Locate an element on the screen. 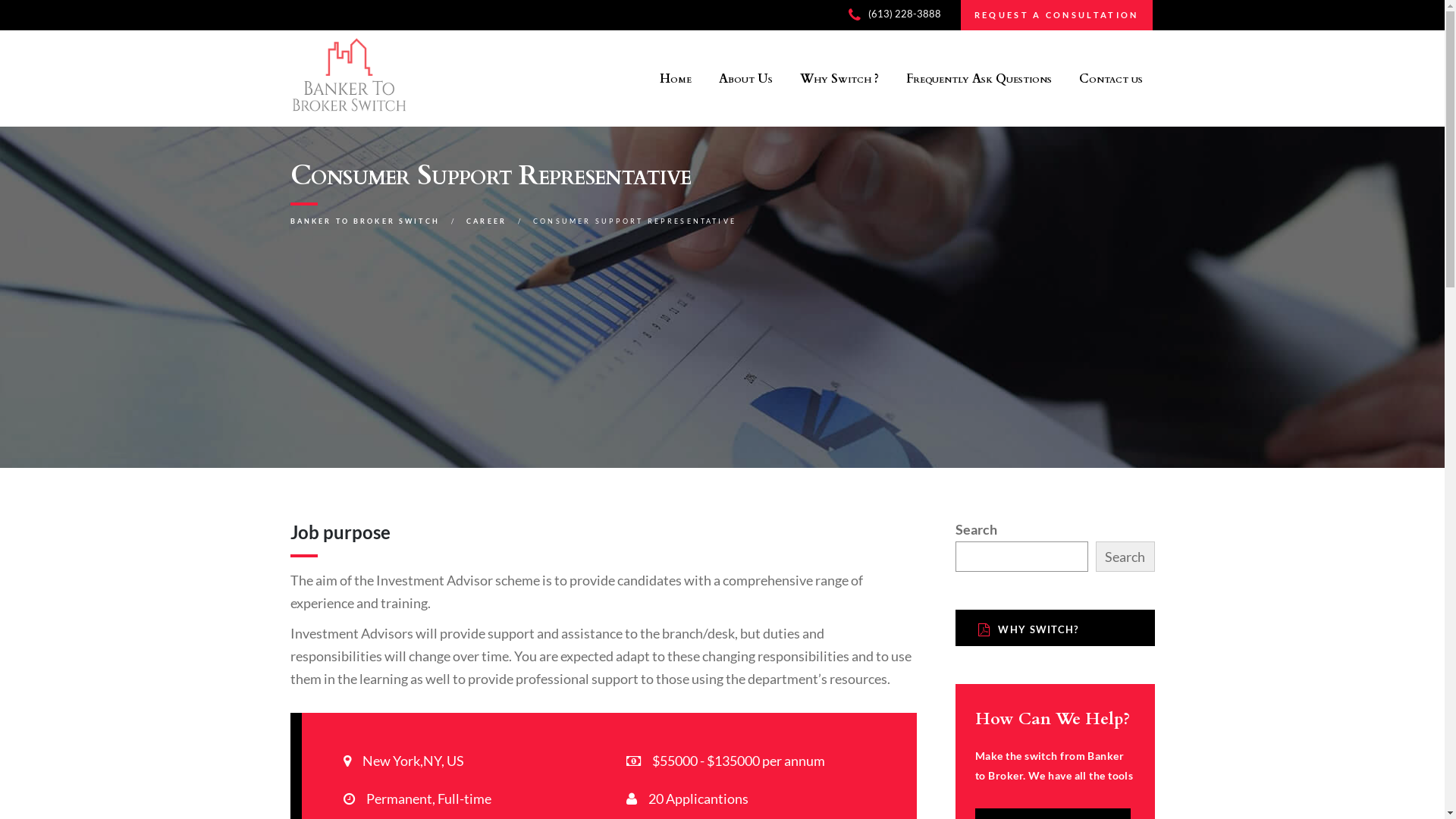 The height and width of the screenshot is (819, 1456). 'Frequently Ask Questions' is located at coordinates (895, 78).